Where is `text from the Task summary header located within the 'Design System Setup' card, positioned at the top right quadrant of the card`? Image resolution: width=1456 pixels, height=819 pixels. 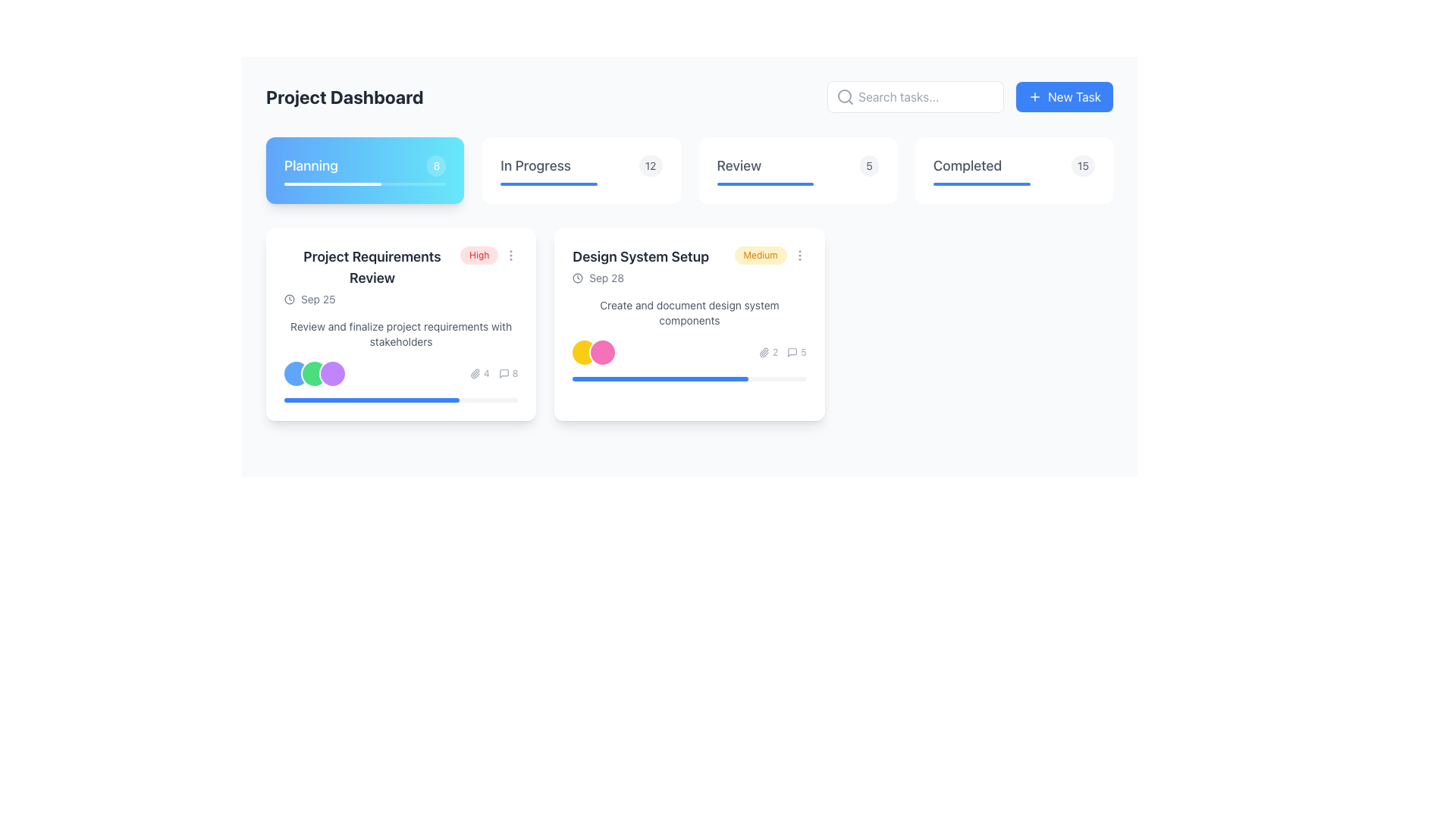 text from the Task summary header located within the 'Design System Setup' card, positioned at the top right quadrant of the card is located at coordinates (689, 265).